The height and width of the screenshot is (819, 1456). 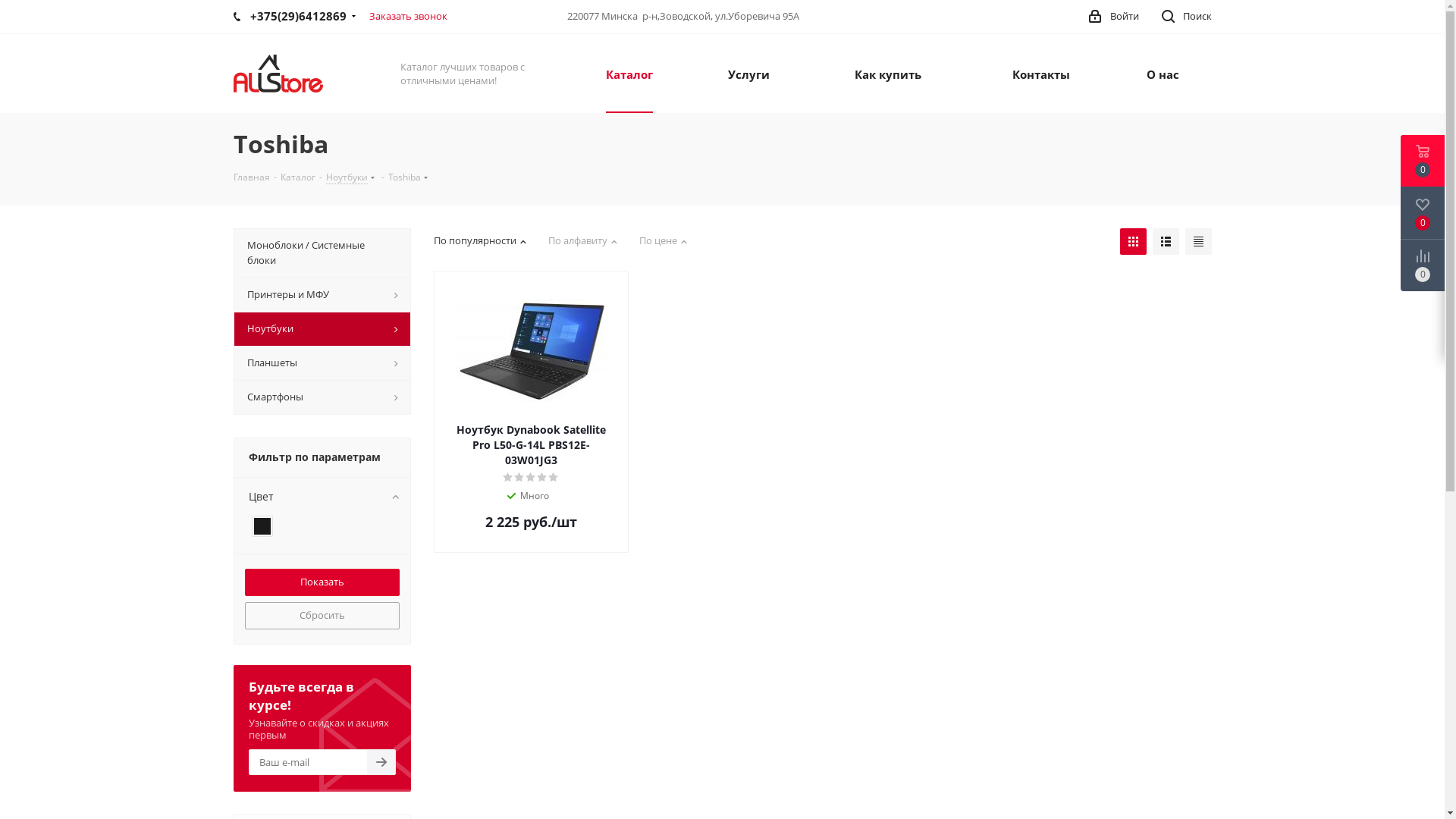 What do you see at coordinates (531, 476) in the screenshot?
I see `'3'` at bounding box center [531, 476].